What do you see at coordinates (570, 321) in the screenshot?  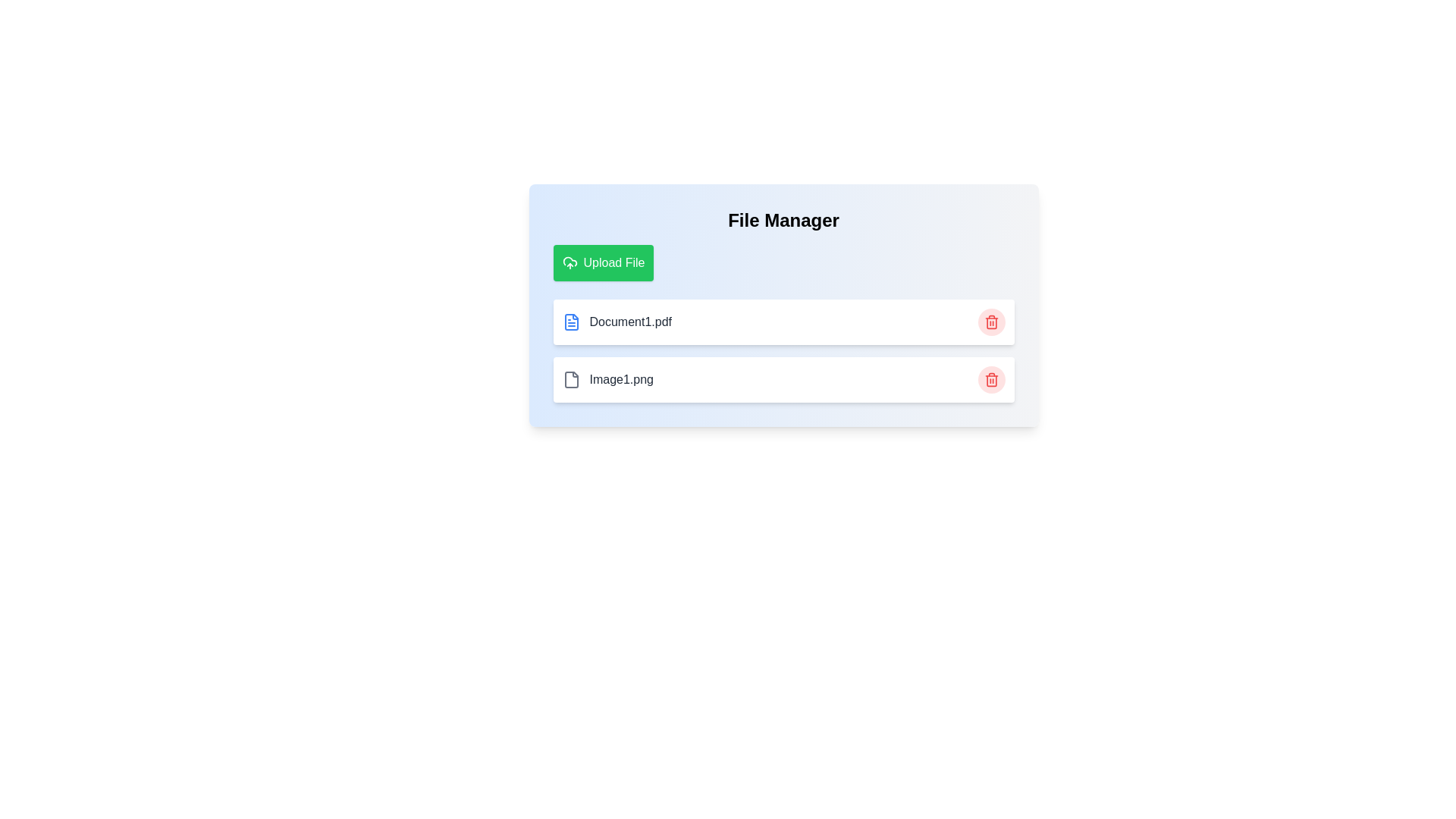 I see `the icon associated with the document file row labeled 'Document1.pdf'` at bounding box center [570, 321].